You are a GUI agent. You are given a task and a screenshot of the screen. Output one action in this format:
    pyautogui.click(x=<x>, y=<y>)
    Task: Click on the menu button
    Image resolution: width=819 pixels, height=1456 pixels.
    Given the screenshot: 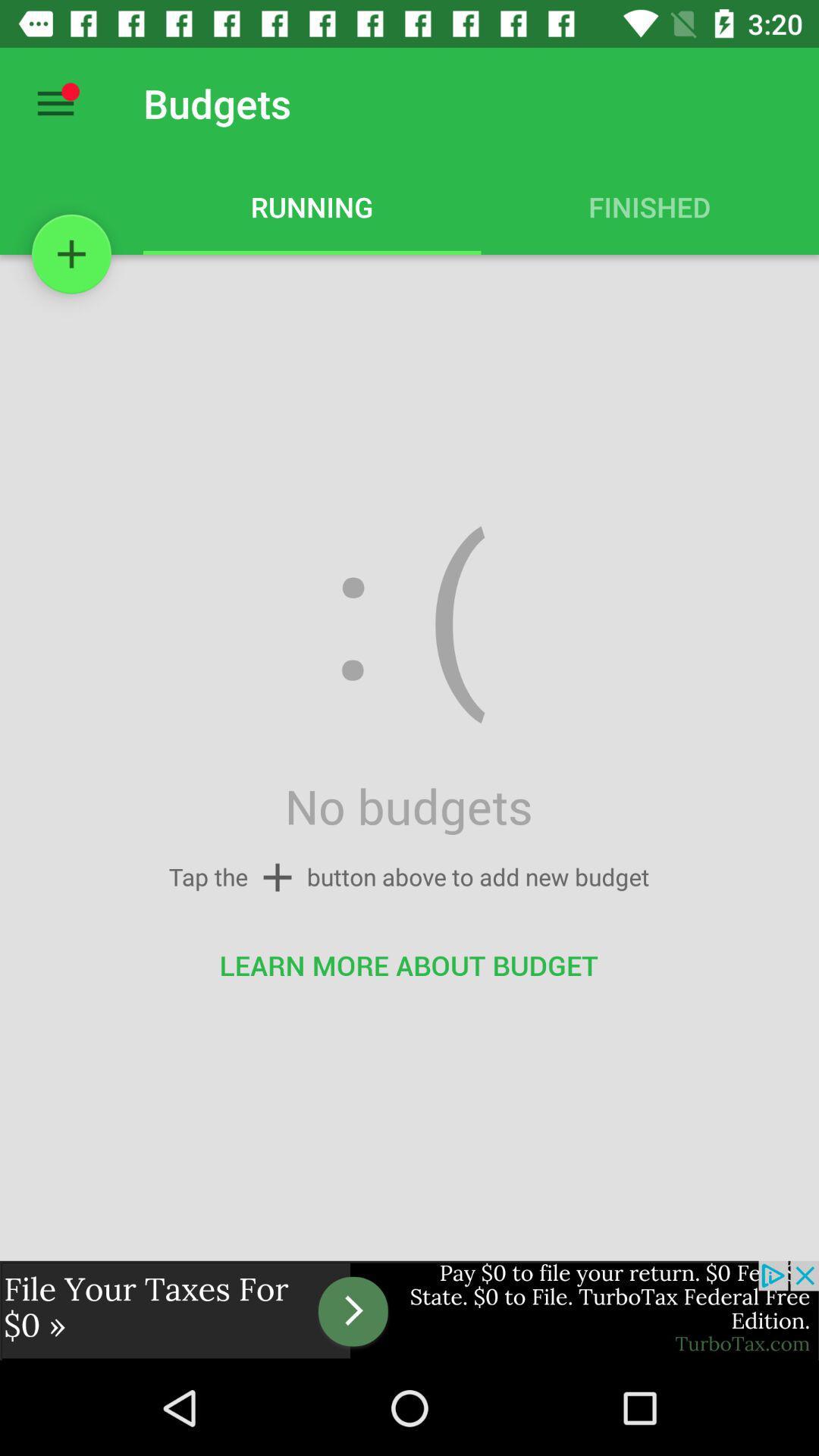 What is the action you would take?
    pyautogui.click(x=55, y=102)
    